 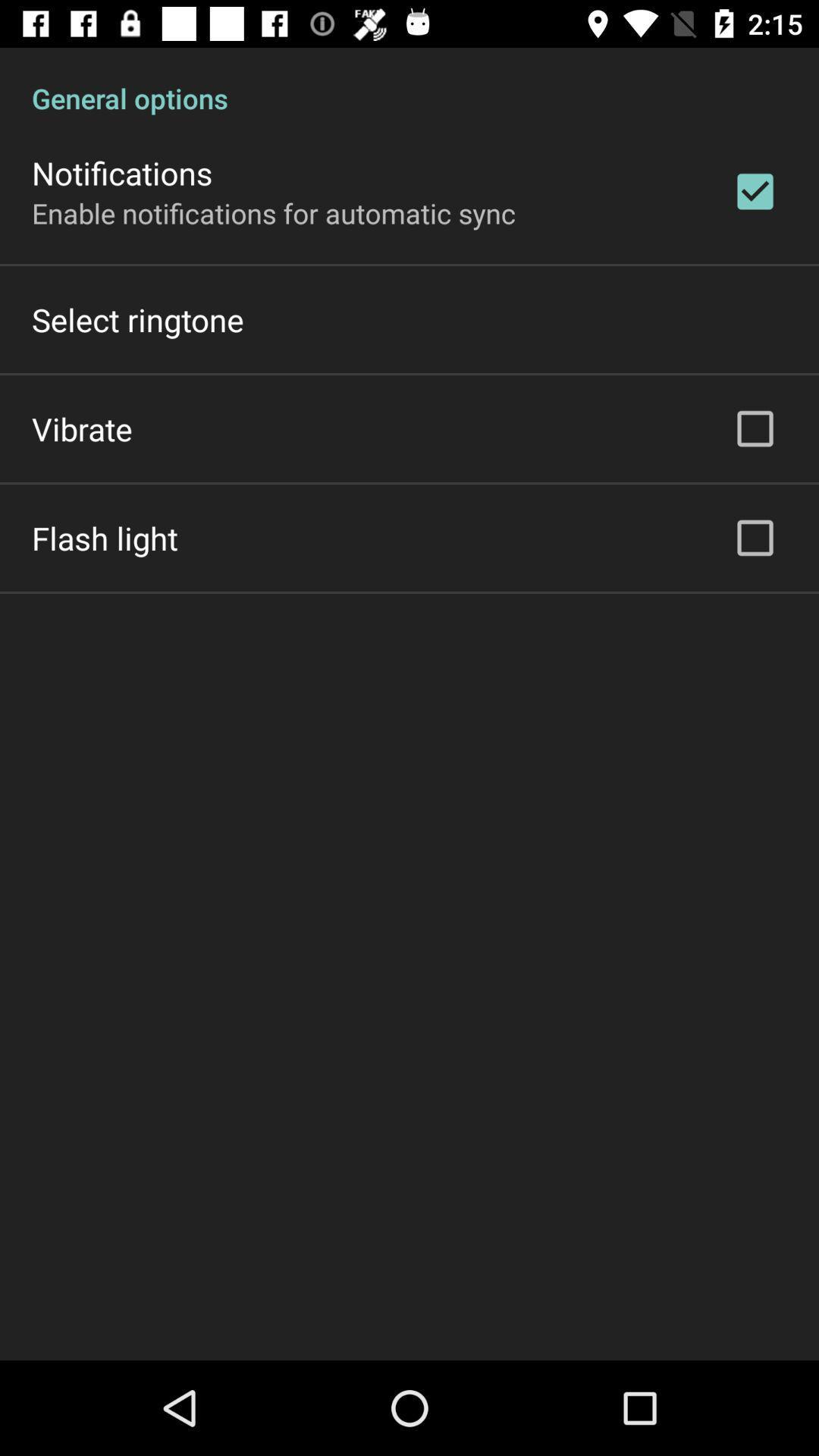 I want to click on flash light, so click(x=104, y=538).